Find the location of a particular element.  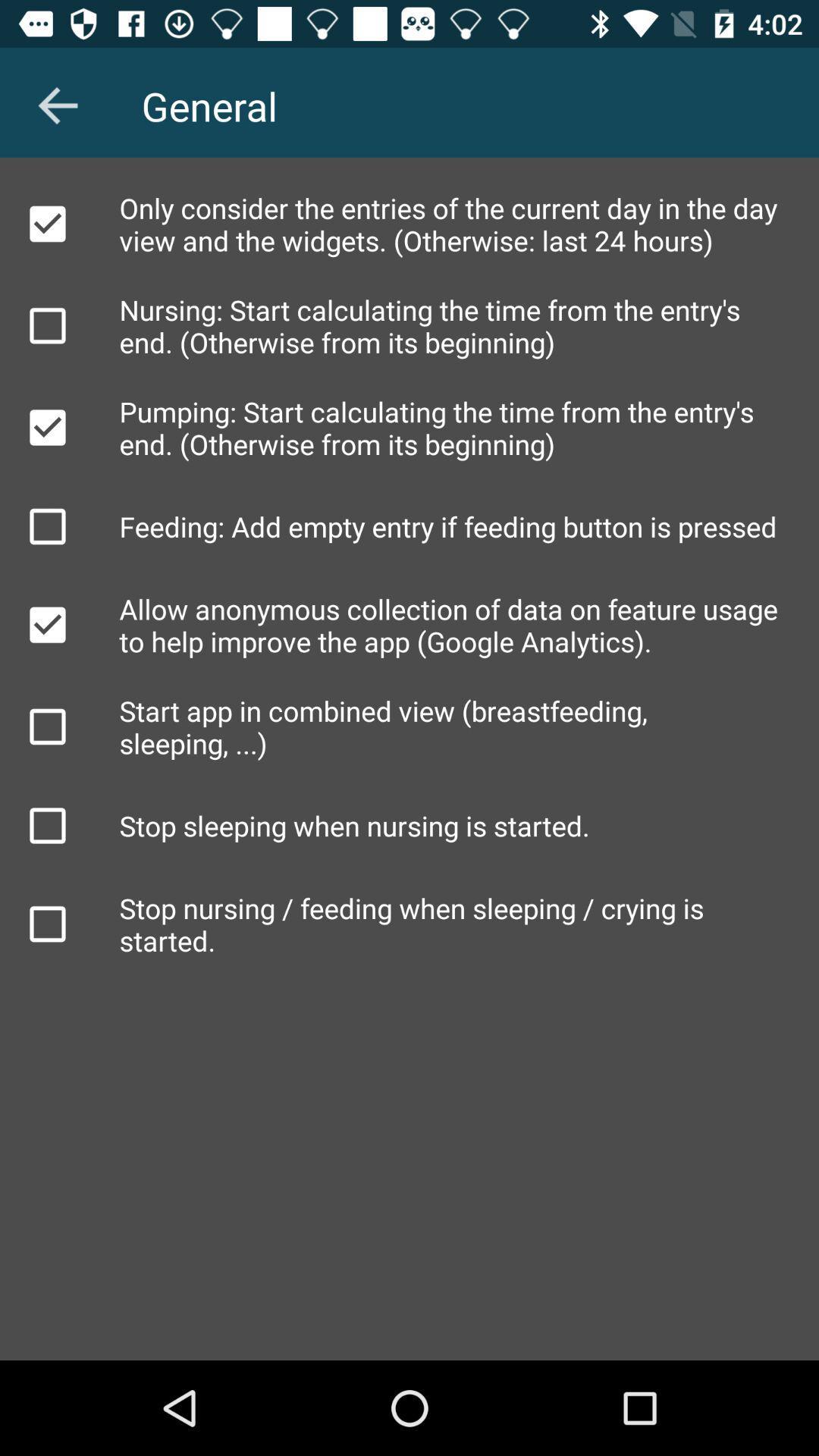

the arrow_backward icon is located at coordinates (57, 105).